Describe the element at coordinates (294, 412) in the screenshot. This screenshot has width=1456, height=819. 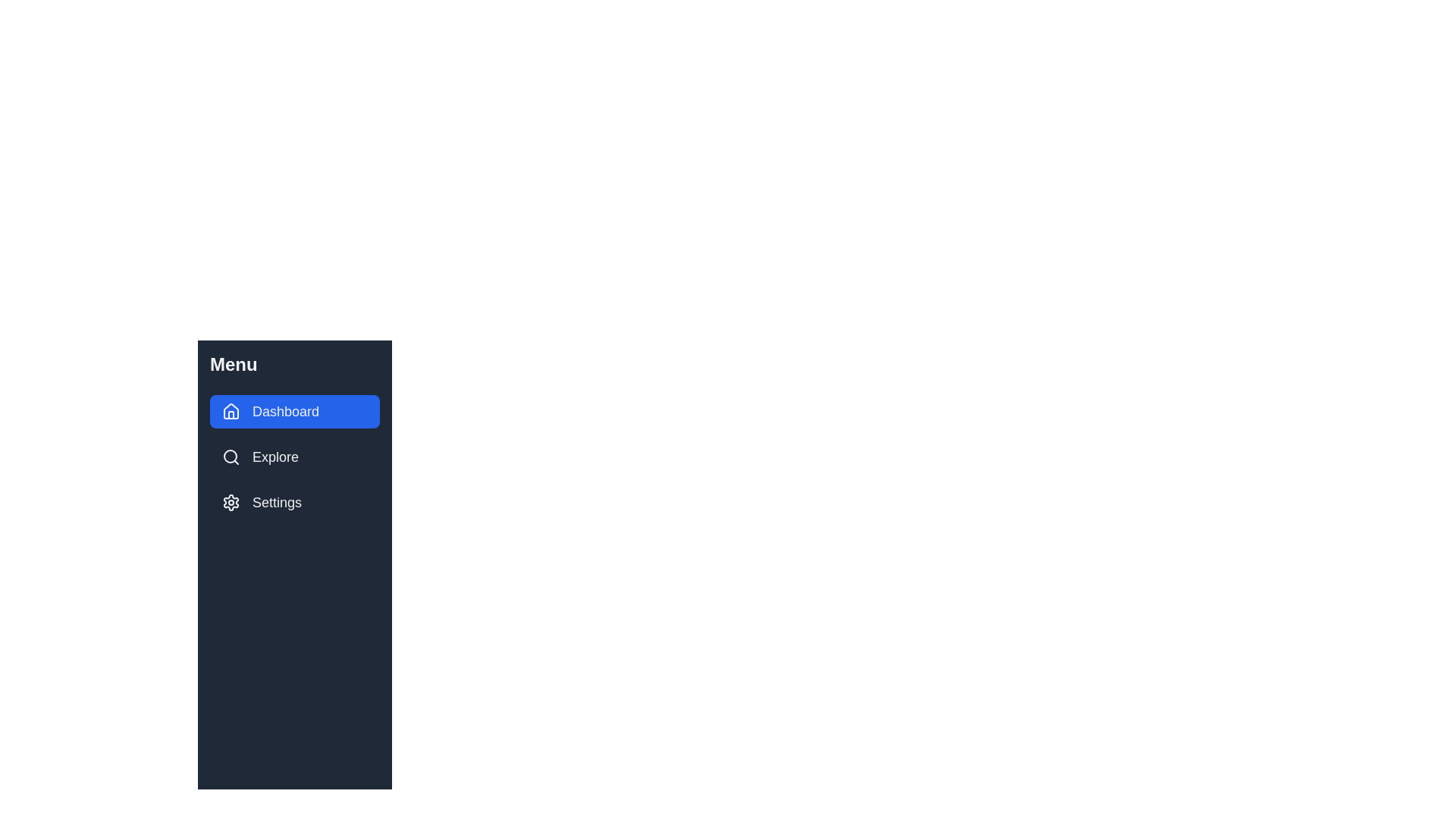
I see `the Navigation Button in the left sidebar under the 'Menu' header` at that location.